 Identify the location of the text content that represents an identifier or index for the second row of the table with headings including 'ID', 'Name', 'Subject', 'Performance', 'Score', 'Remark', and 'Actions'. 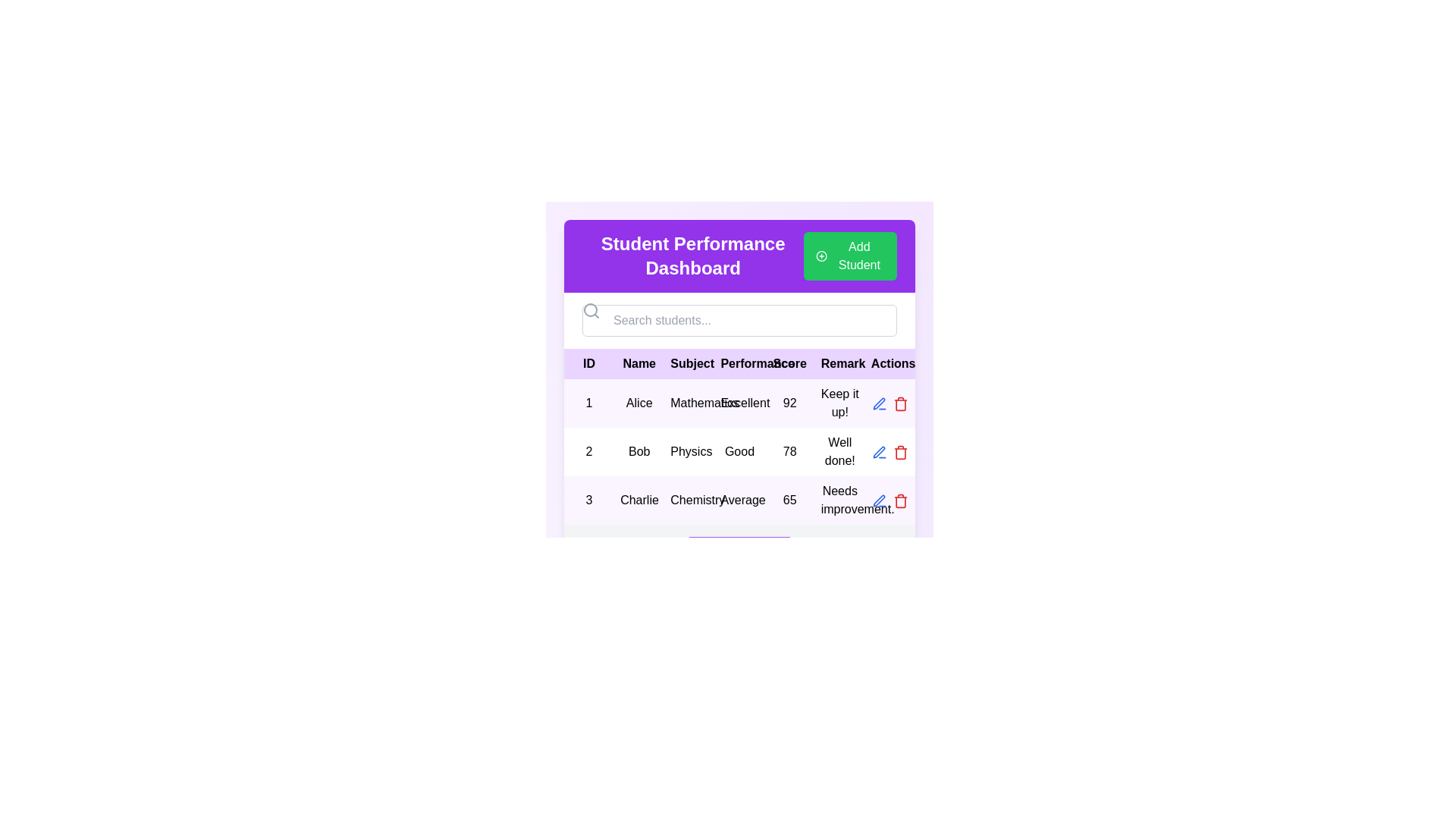
(588, 451).